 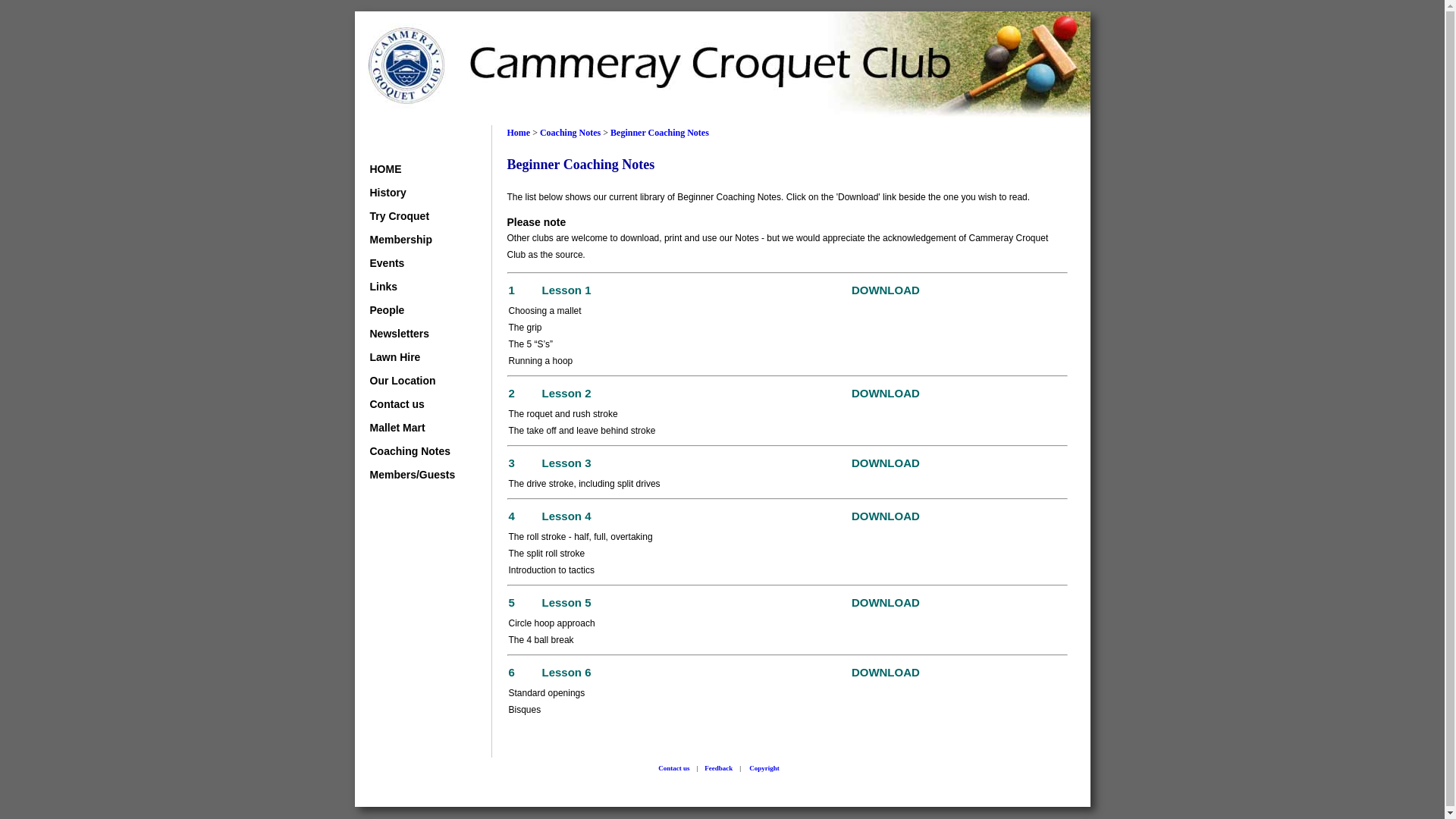 I want to click on 'Newsletters', so click(x=370, y=332).